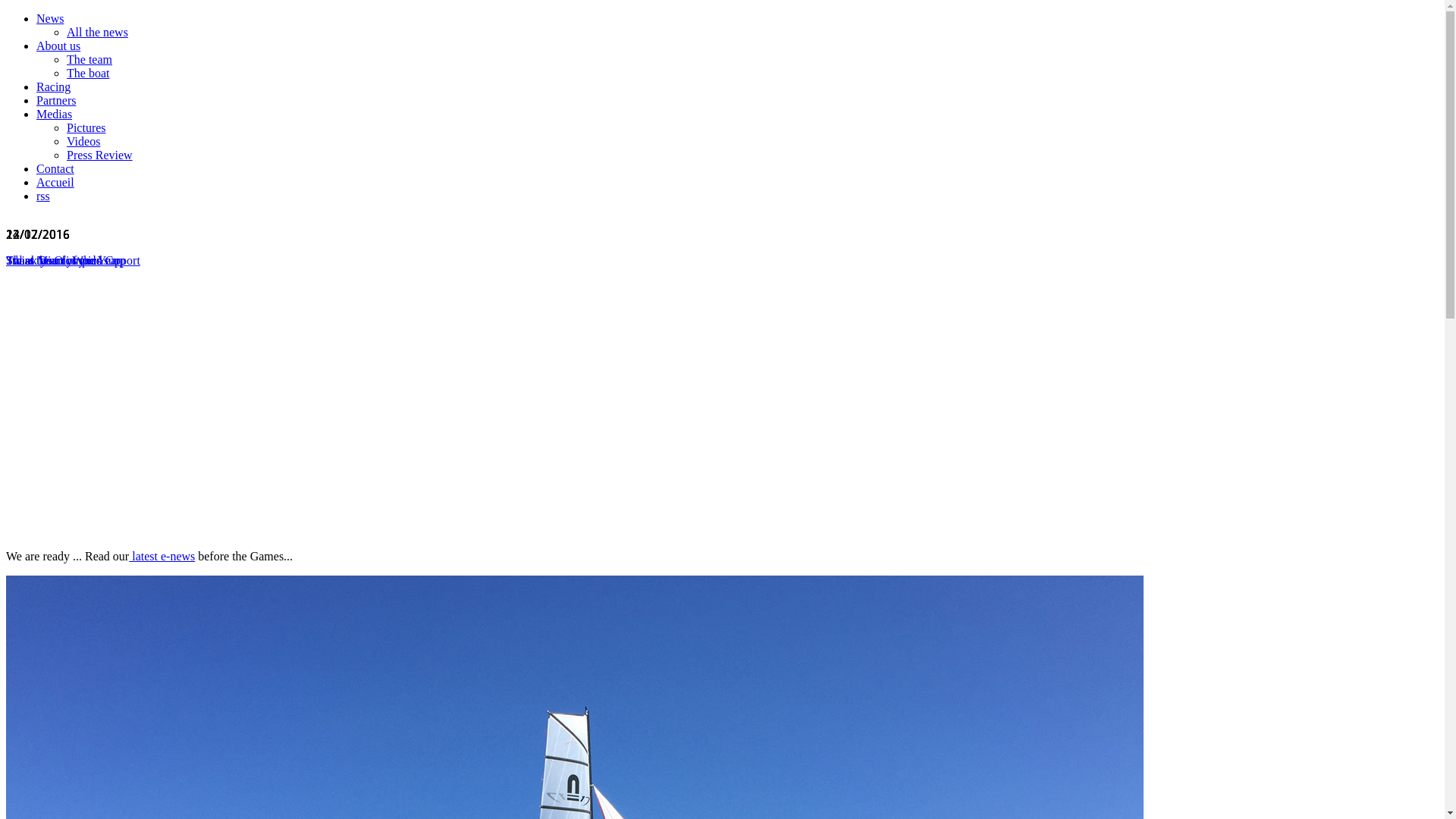 Image resolution: width=1456 pixels, height=819 pixels. Describe the element at coordinates (6, 259) in the screenshot. I see `'Swiss Team of the Year'` at that location.